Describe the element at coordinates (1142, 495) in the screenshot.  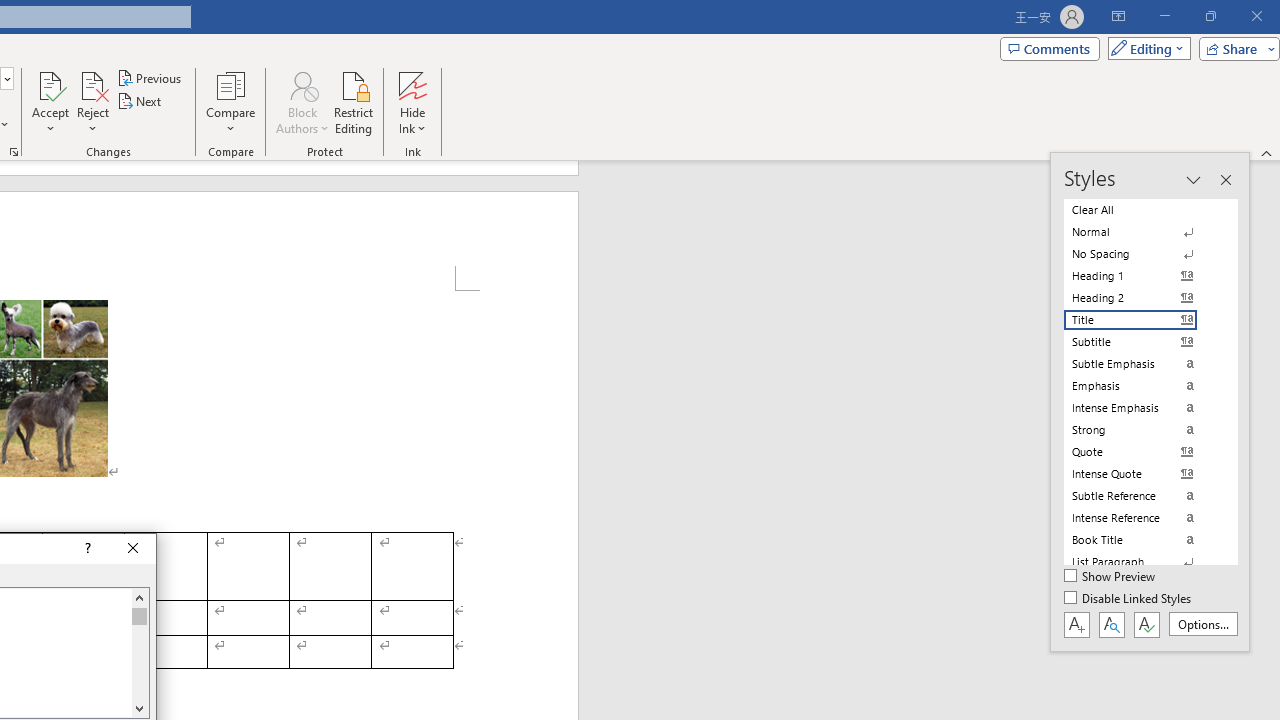
I see `'Subtle Reference'` at that location.